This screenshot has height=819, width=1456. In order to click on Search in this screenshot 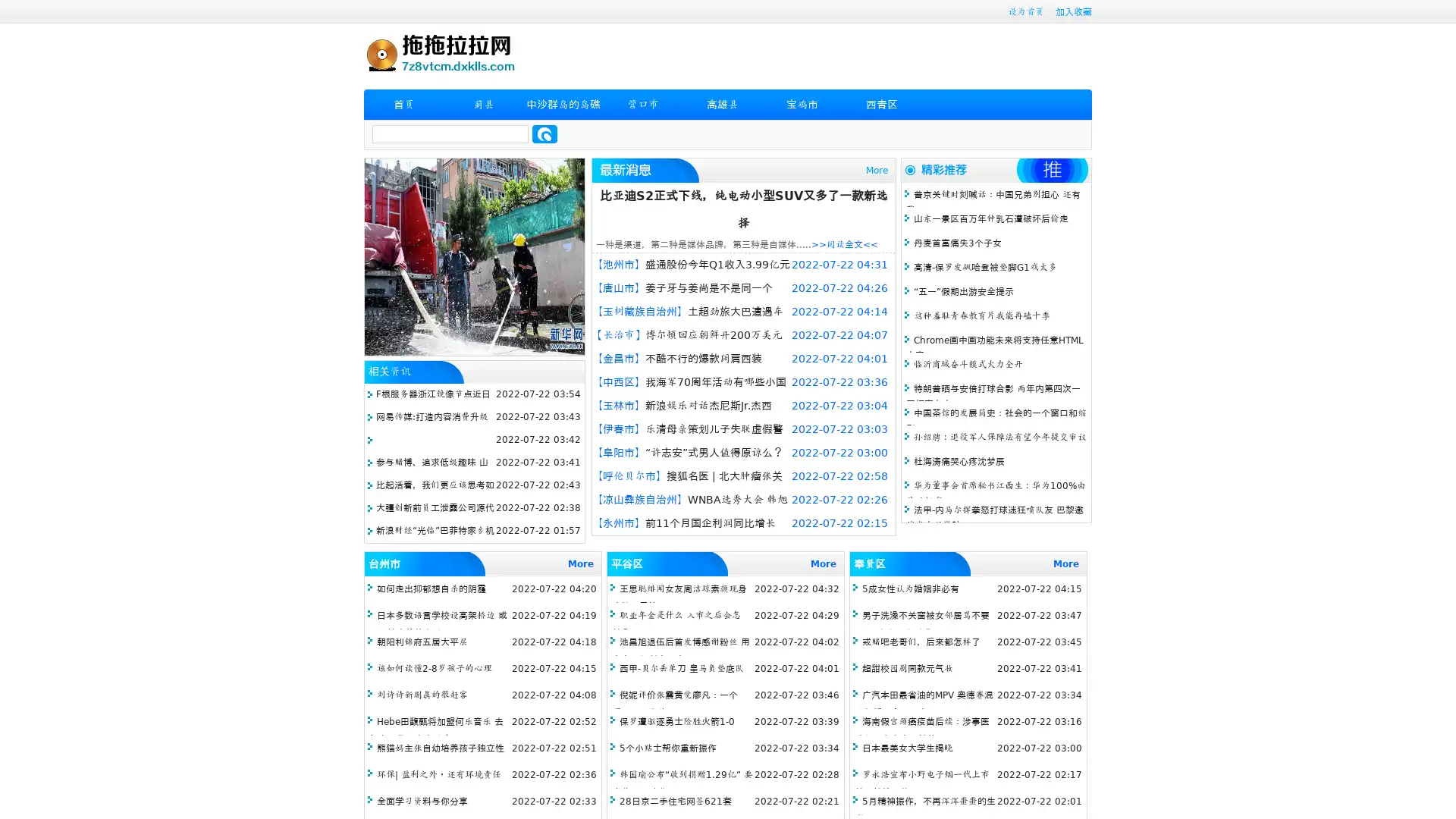, I will do `click(544, 133)`.